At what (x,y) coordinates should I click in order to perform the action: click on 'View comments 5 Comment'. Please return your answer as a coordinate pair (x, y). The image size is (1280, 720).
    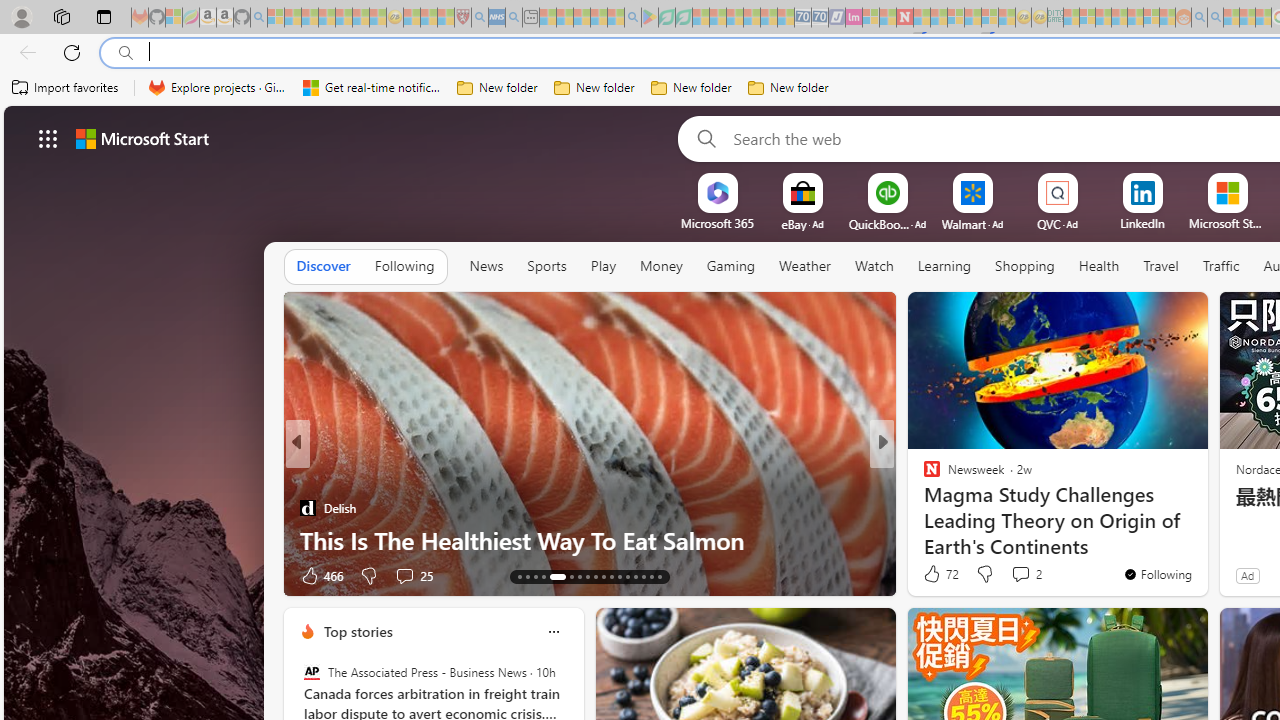
    Looking at the image, I should click on (1014, 575).